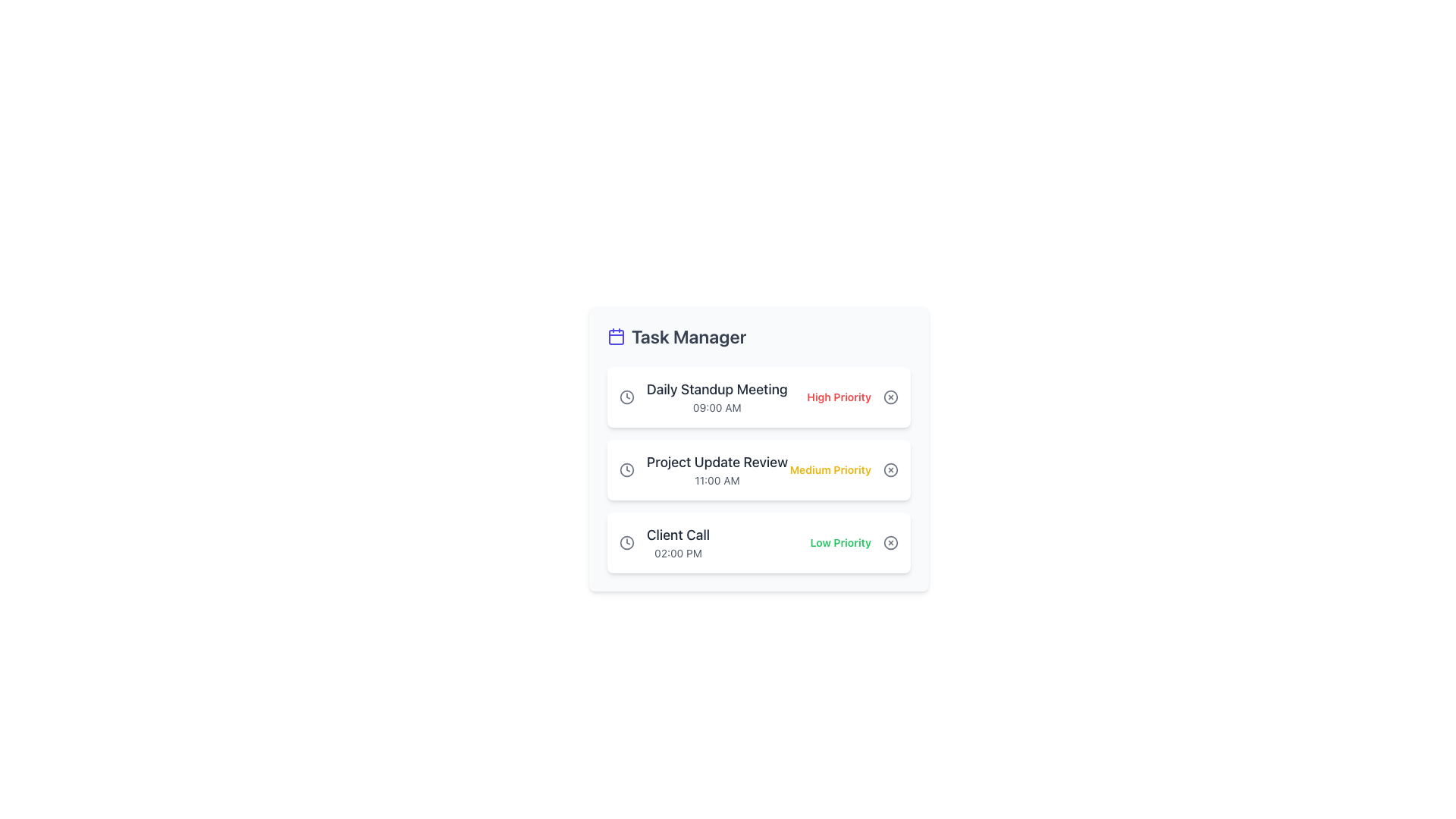 The image size is (1456, 819). What do you see at coordinates (626, 469) in the screenshot?
I see `the clock's circular structure graphical decorative component that is part of the SVG element, which represents the clock icon indicating timing details for the 'Project Update Review' list item` at bounding box center [626, 469].